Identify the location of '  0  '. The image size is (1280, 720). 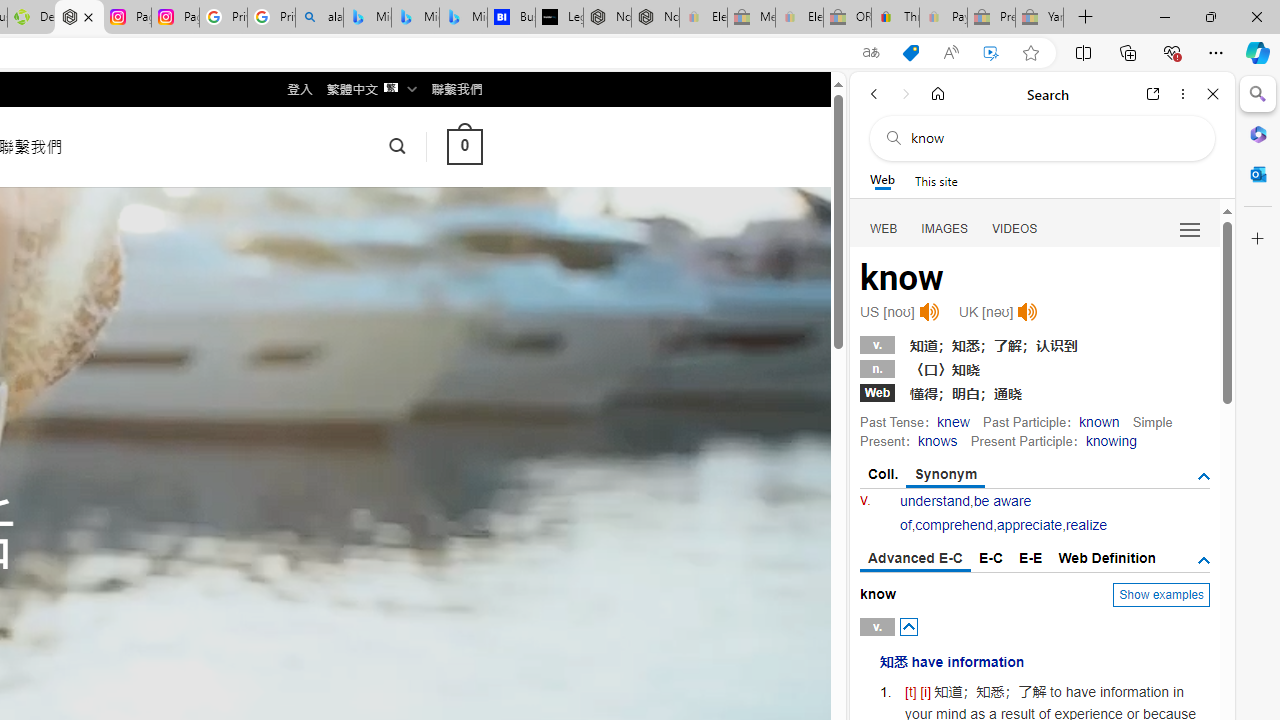
(463, 145).